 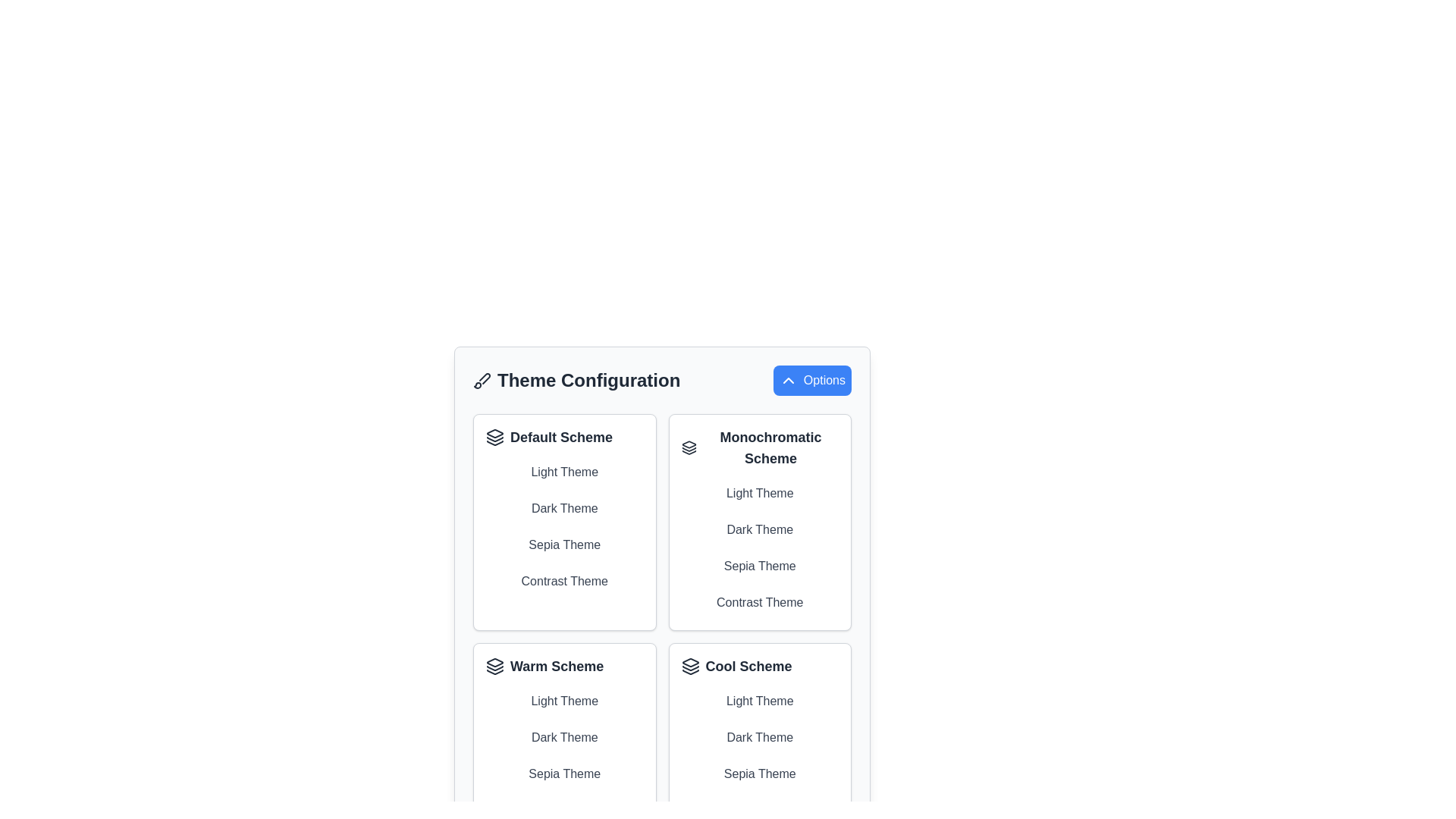 I want to click on the graphical icon representing the 'Monochromatic Scheme' card, located in the upper-left corner of the card section, to the left of the title text 'Monochromatic Scheme', so click(x=688, y=447).